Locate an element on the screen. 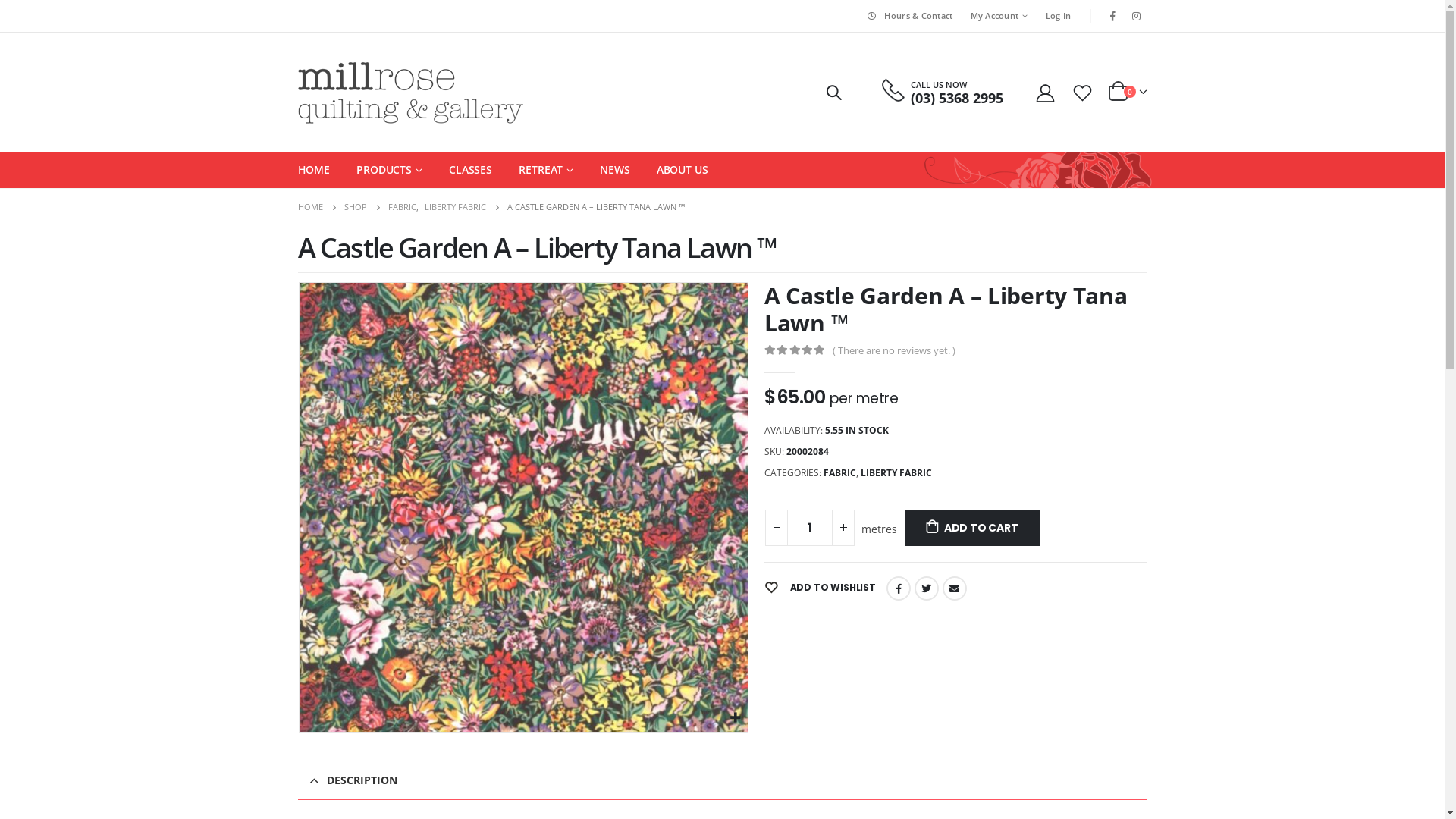 The image size is (1456, 819). 'FABRIC' is located at coordinates (402, 207).